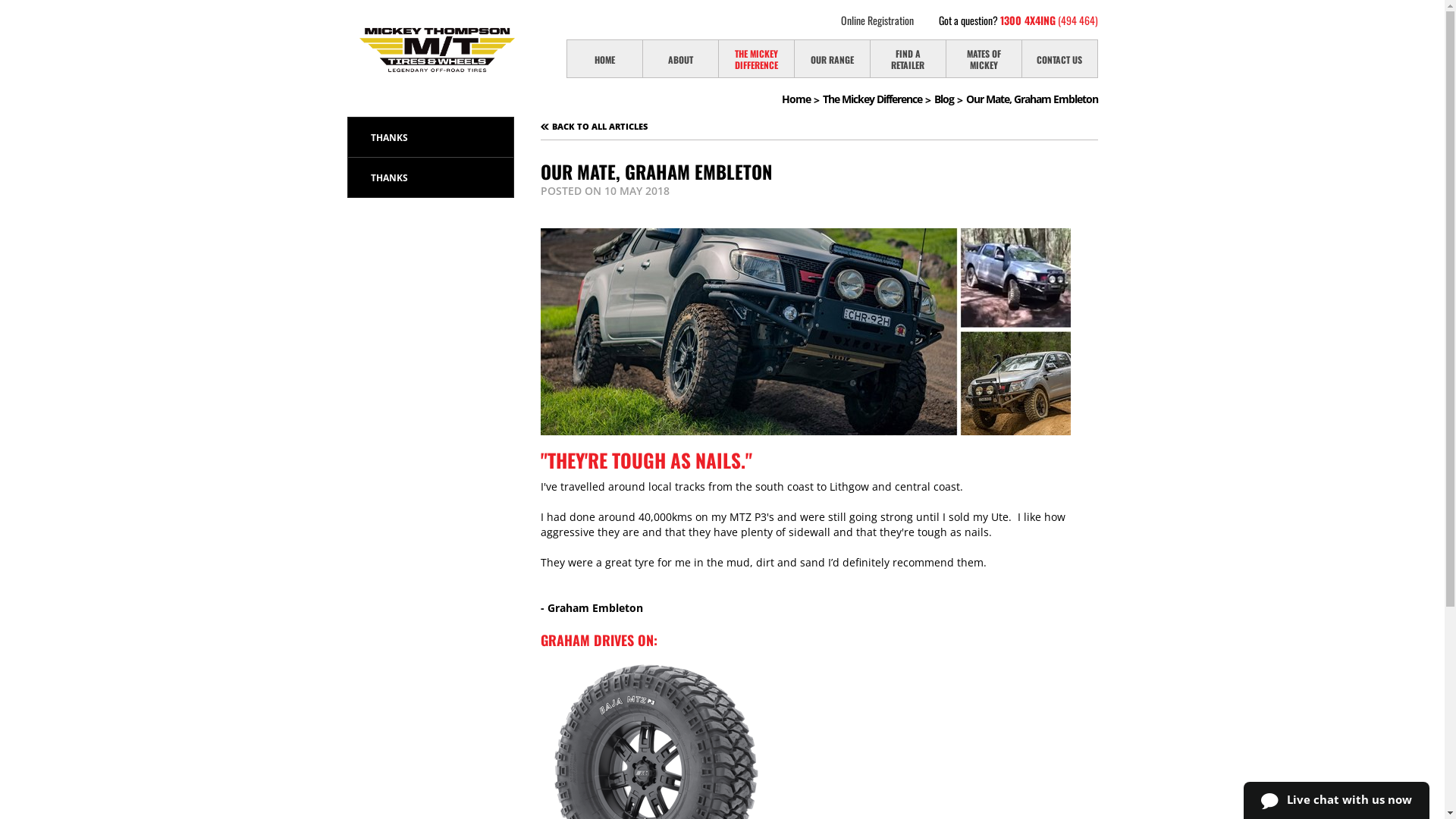 The image size is (1456, 819). I want to click on '1300 4X4ING (494 464)', so click(1047, 20).